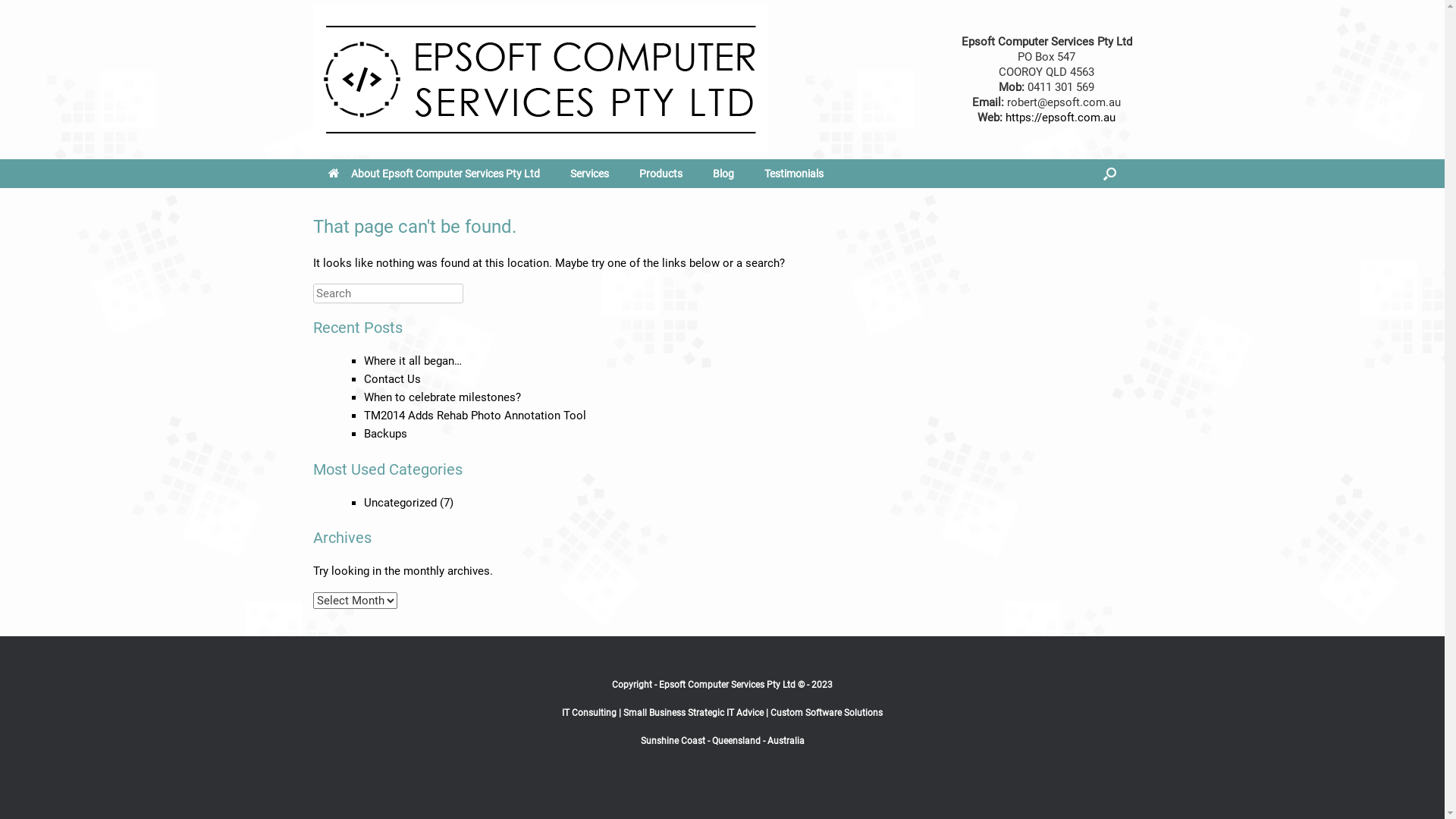 The height and width of the screenshot is (819, 1456). What do you see at coordinates (385, 433) in the screenshot?
I see `'Backups'` at bounding box center [385, 433].